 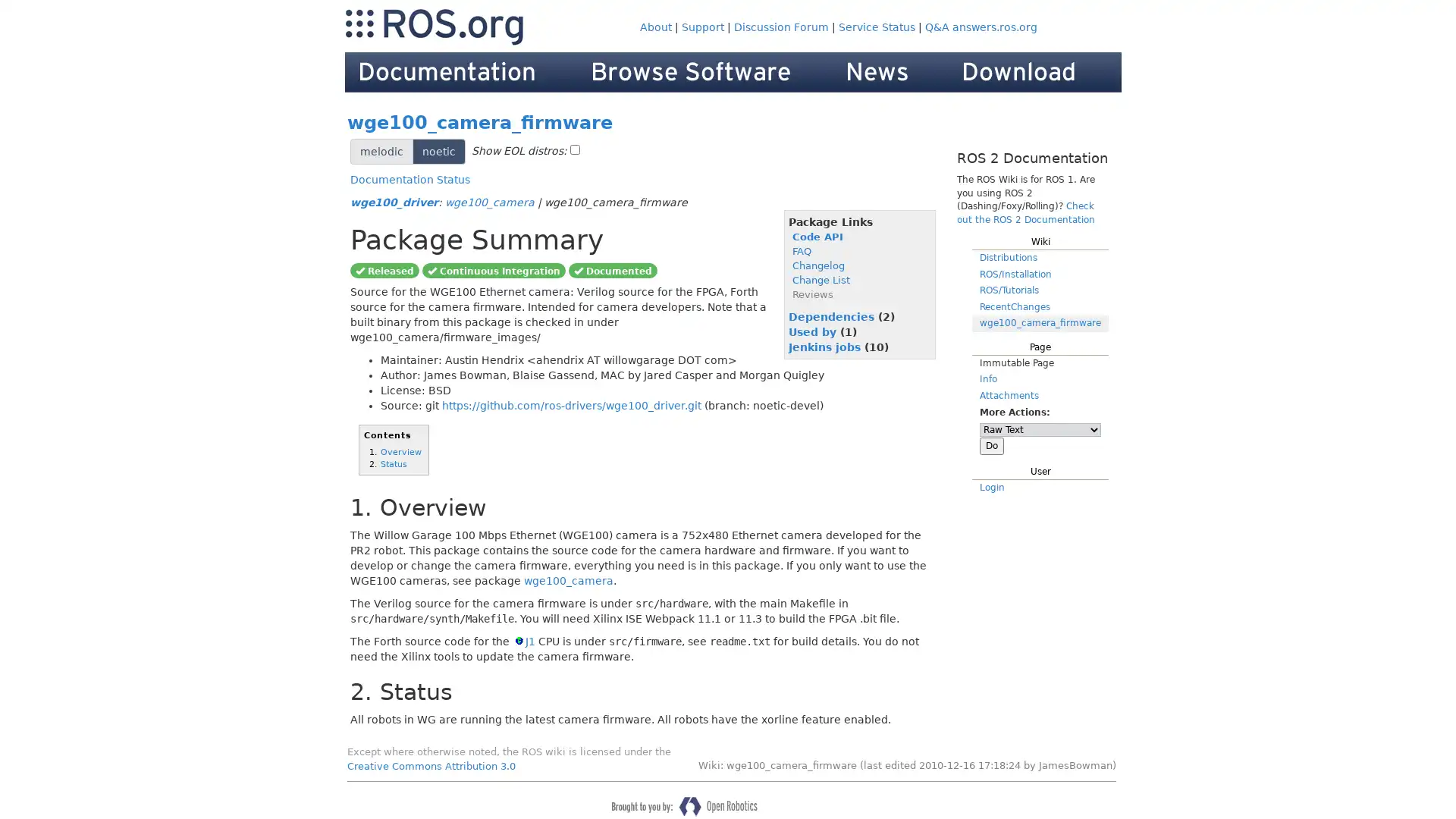 What do you see at coordinates (992, 444) in the screenshot?
I see `Do` at bounding box center [992, 444].